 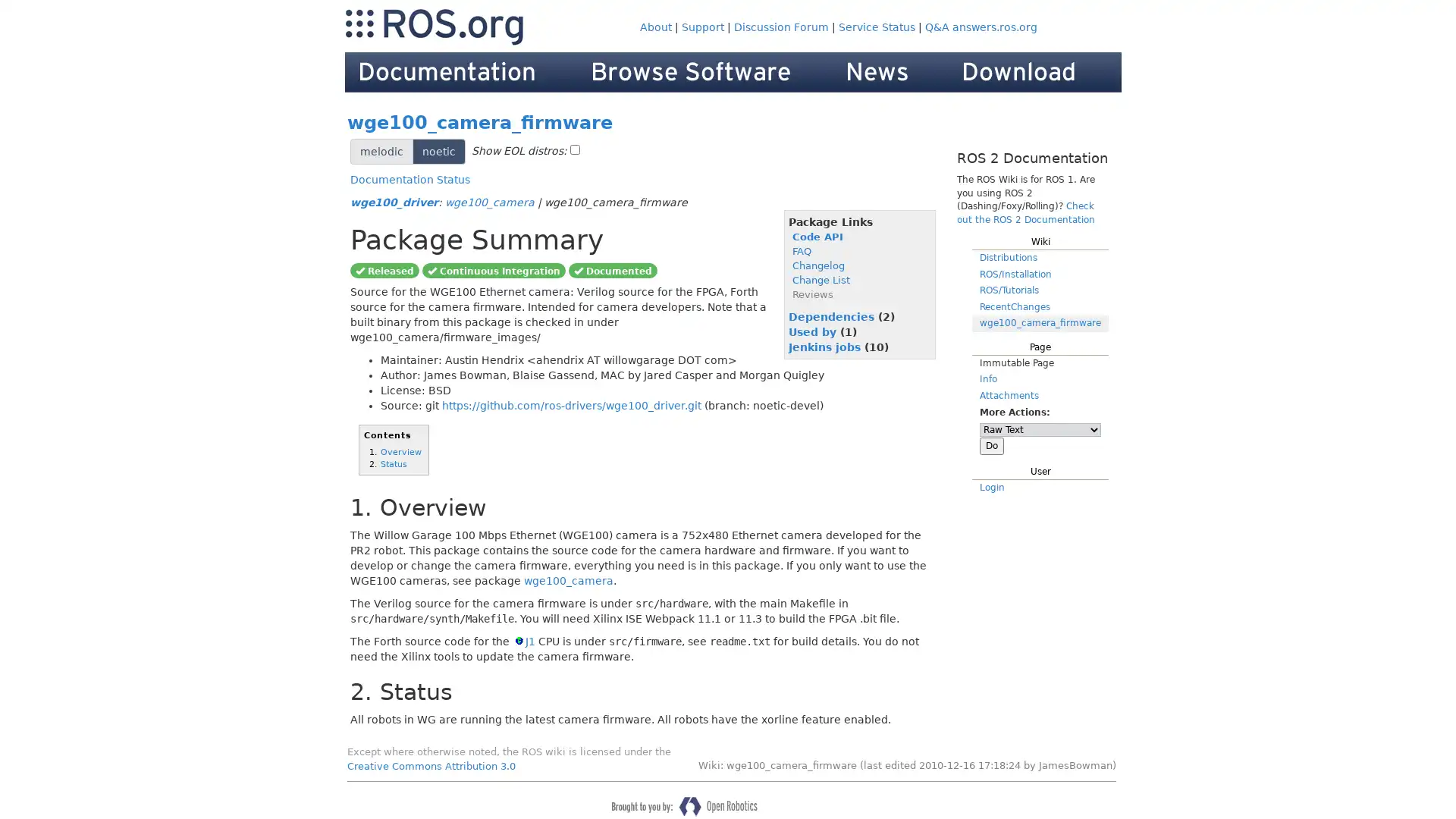 What do you see at coordinates (992, 444) in the screenshot?
I see `Do` at bounding box center [992, 444].